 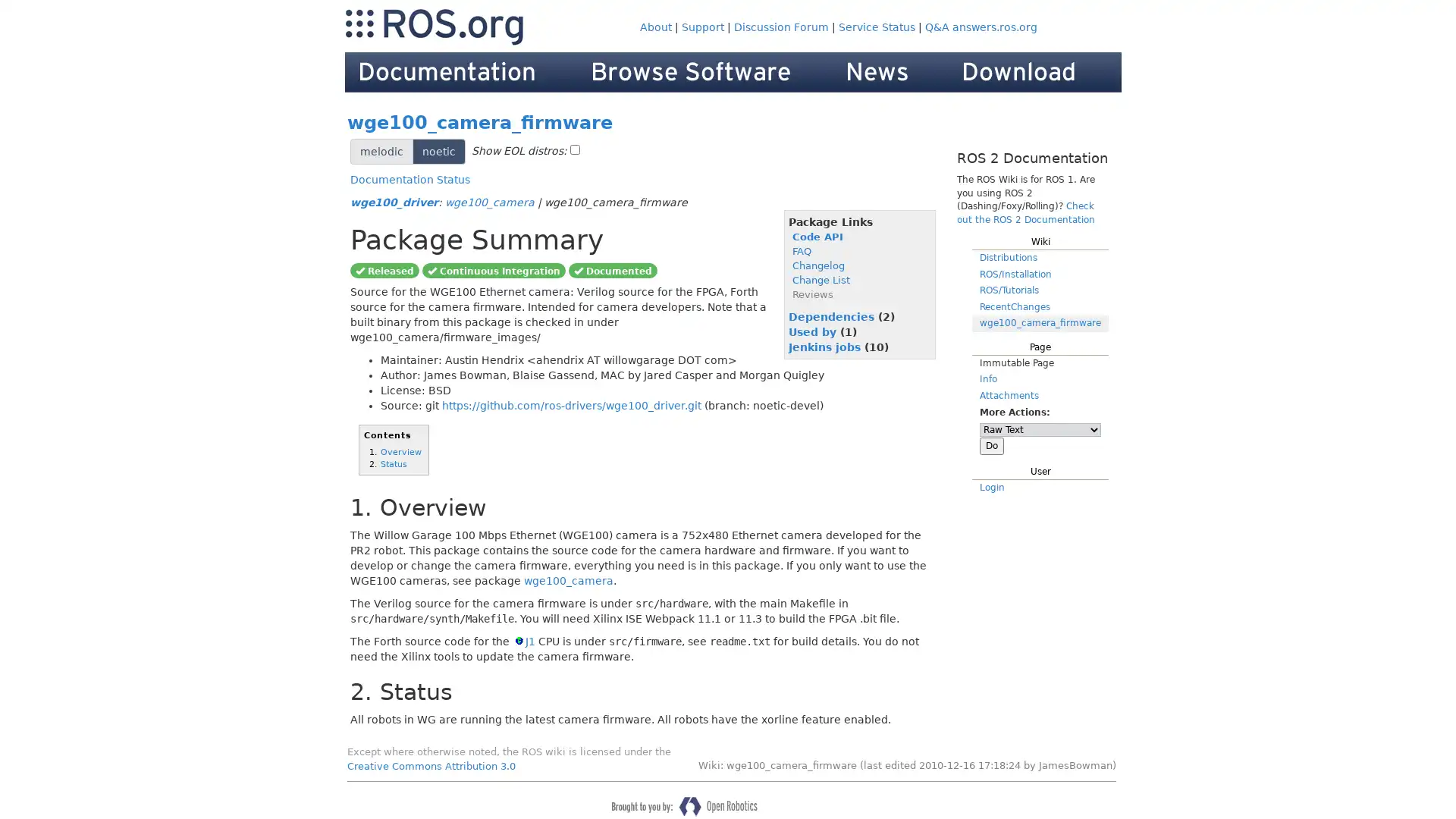 What do you see at coordinates (992, 444) in the screenshot?
I see `Do` at bounding box center [992, 444].